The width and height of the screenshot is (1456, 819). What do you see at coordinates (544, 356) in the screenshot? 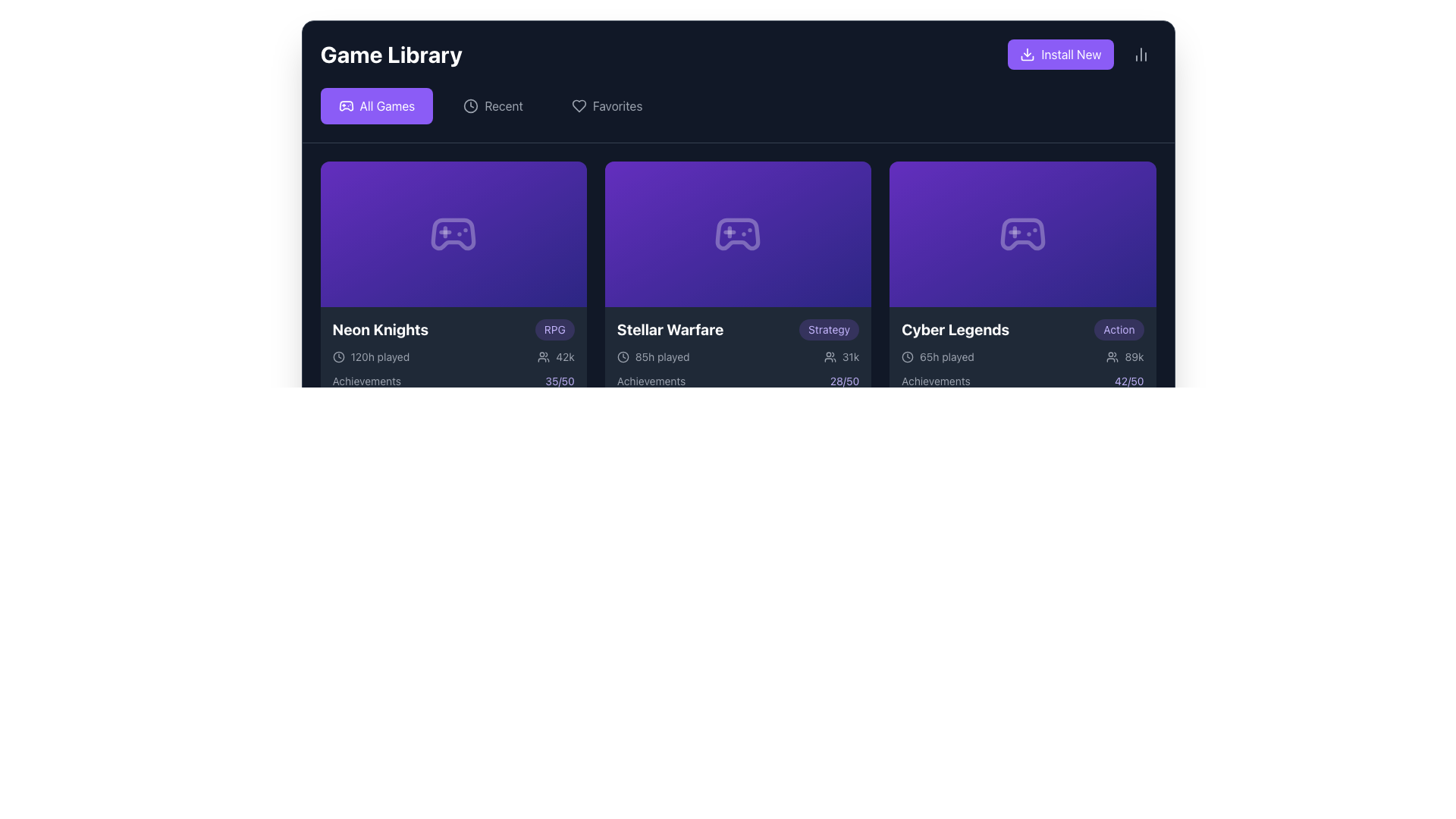
I see `the icon representing the user metric for the game 'Neon Knights', located in the first card of the 'Game Library' section, to the left of the text '42k'` at bounding box center [544, 356].